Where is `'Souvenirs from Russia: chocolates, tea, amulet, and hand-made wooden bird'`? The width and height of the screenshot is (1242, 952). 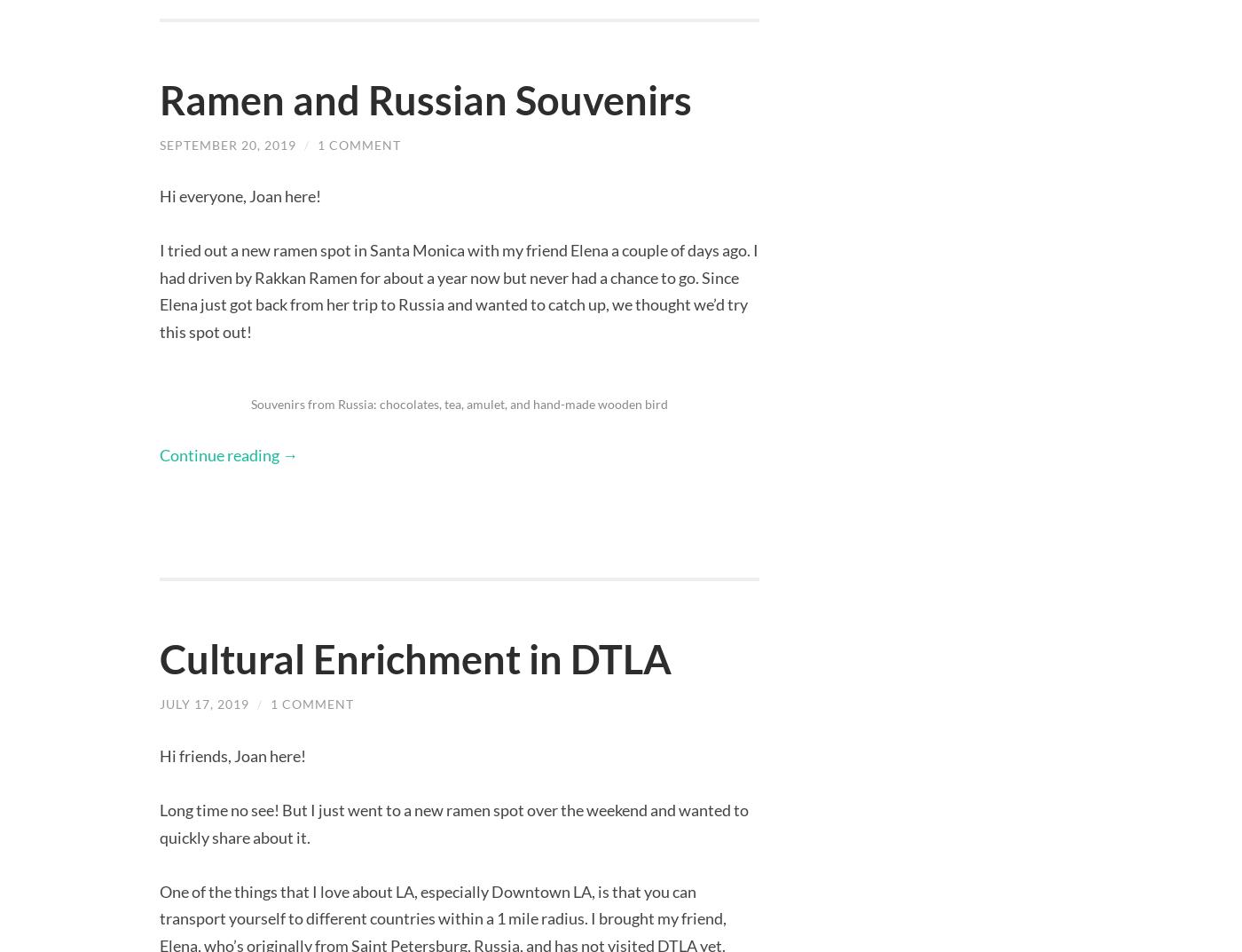
'Souvenirs from Russia: chocolates, tea, amulet, and hand-made wooden bird' is located at coordinates (460, 403).